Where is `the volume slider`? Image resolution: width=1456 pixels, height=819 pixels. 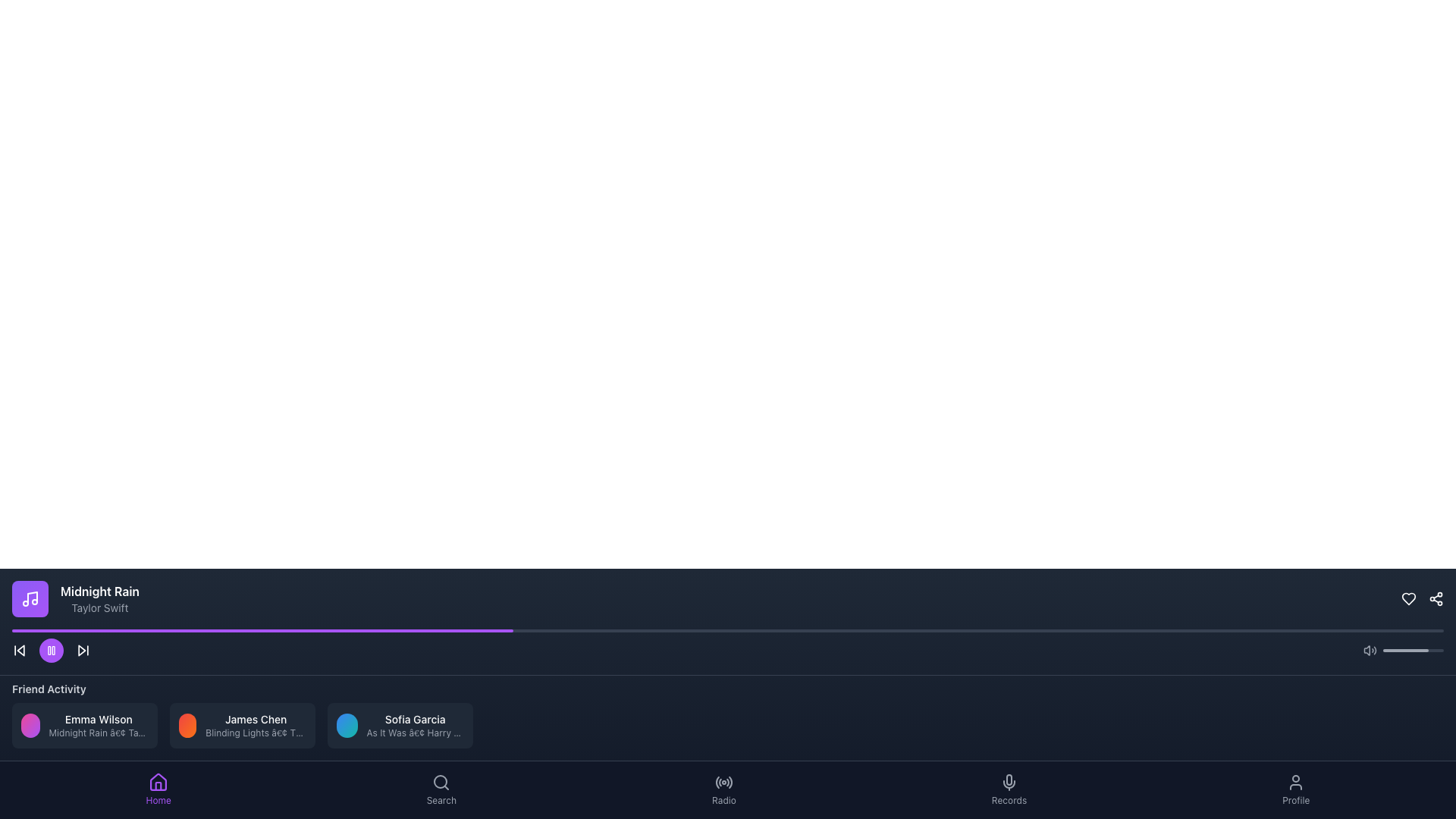
the volume slider is located at coordinates (1393, 649).